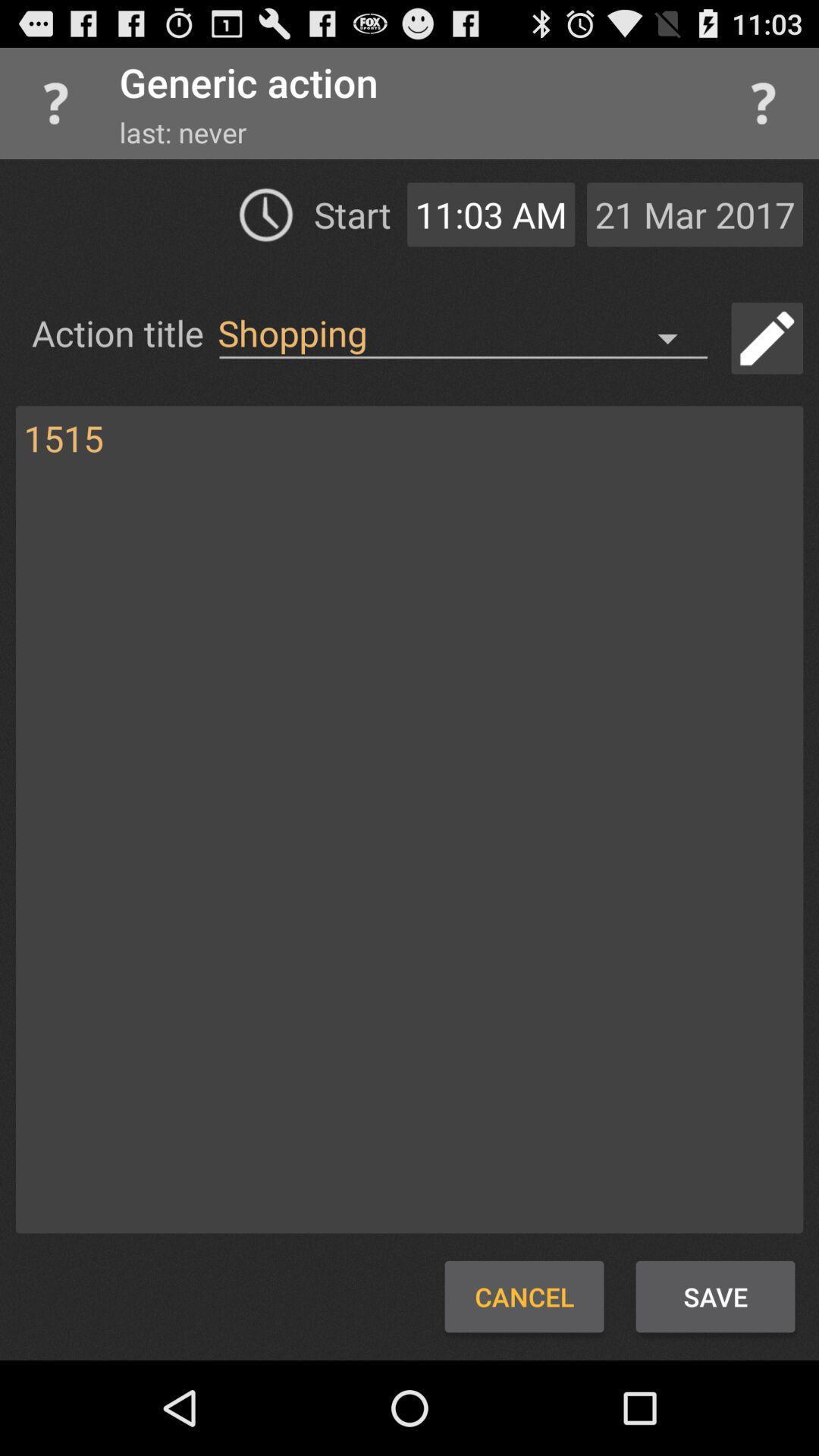 The height and width of the screenshot is (1456, 819). I want to click on help menu, so click(763, 102).